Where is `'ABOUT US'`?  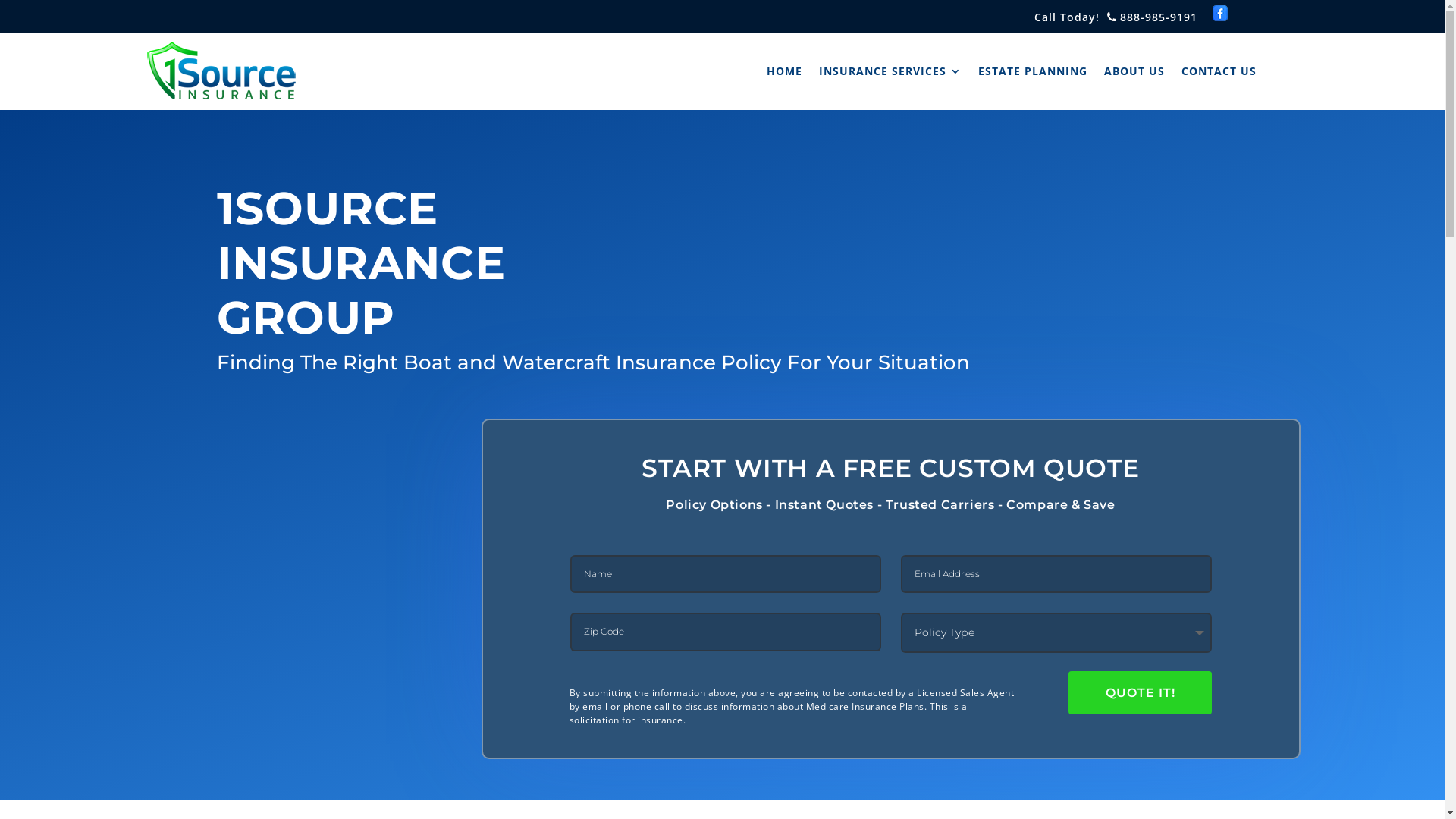 'ABOUT US' is located at coordinates (1134, 71).